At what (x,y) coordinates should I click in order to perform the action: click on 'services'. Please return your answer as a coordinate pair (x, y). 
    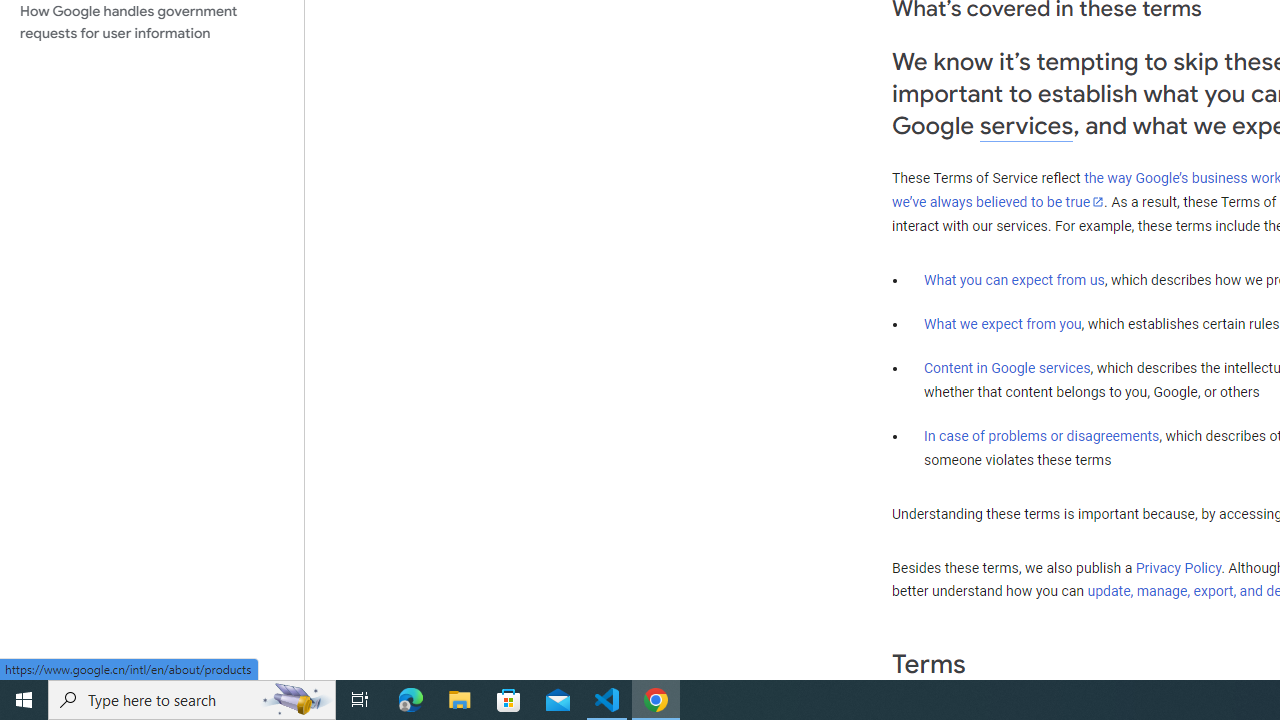
    Looking at the image, I should click on (1026, 125).